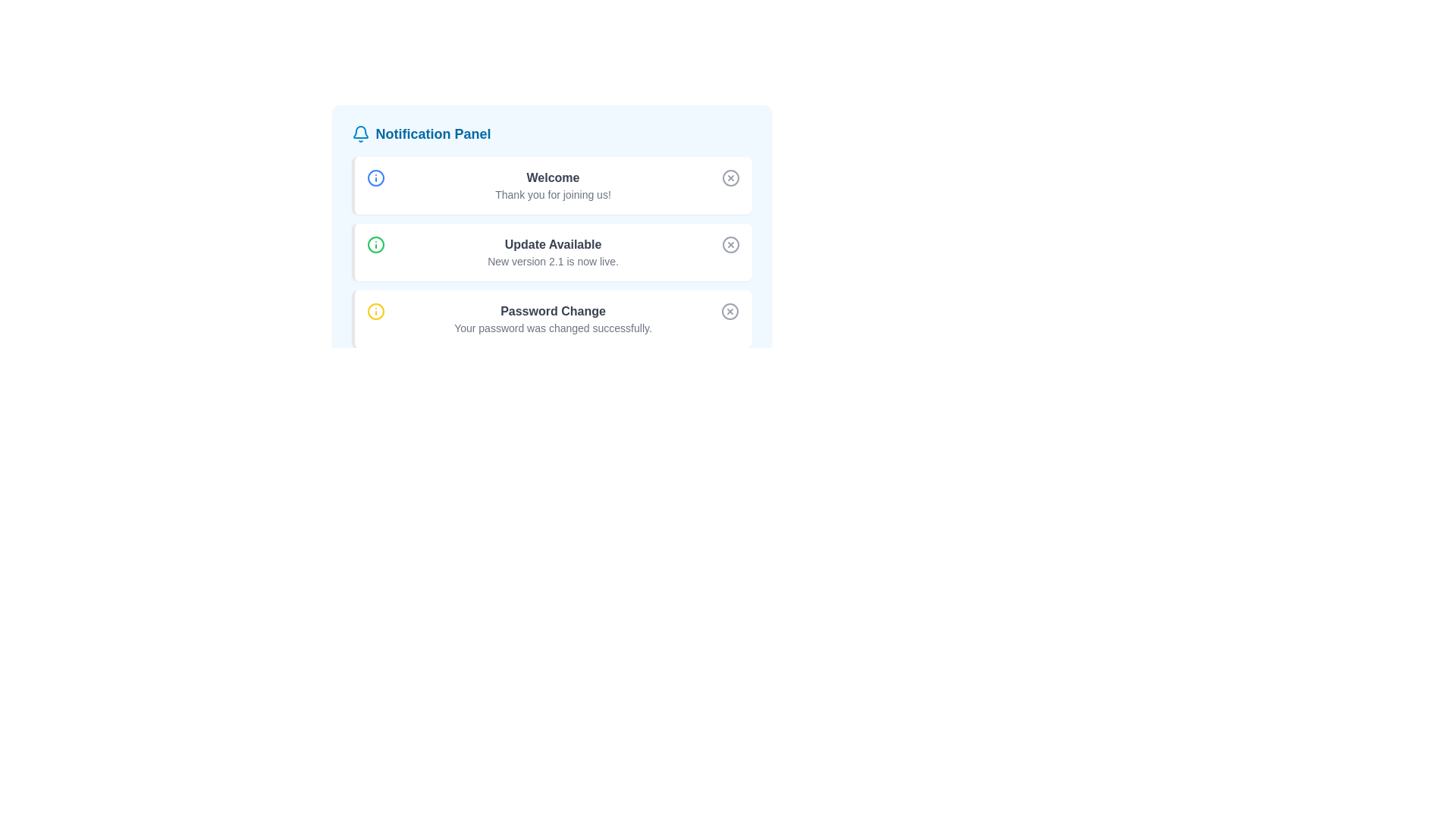 This screenshot has height=819, width=1456. What do you see at coordinates (552, 177) in the screenshot?
I see `the 'Welcome' text element displayed in bold and dark gray font at the top of the notification card` at bounding box center [552, 177].